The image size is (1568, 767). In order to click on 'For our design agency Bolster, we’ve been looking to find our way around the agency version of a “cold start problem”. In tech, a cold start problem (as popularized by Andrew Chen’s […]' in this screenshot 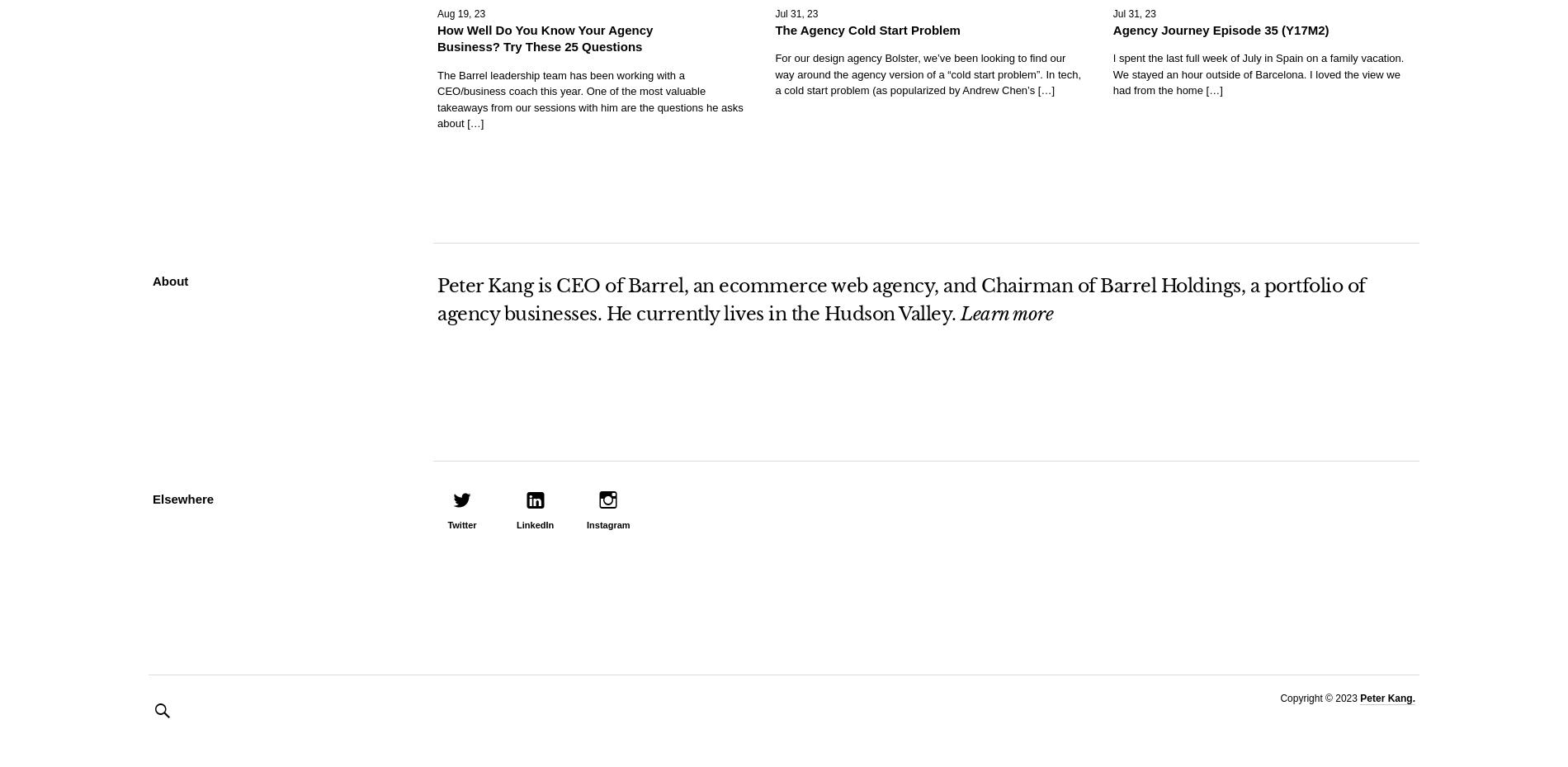, I will do `click(928, 73)`.